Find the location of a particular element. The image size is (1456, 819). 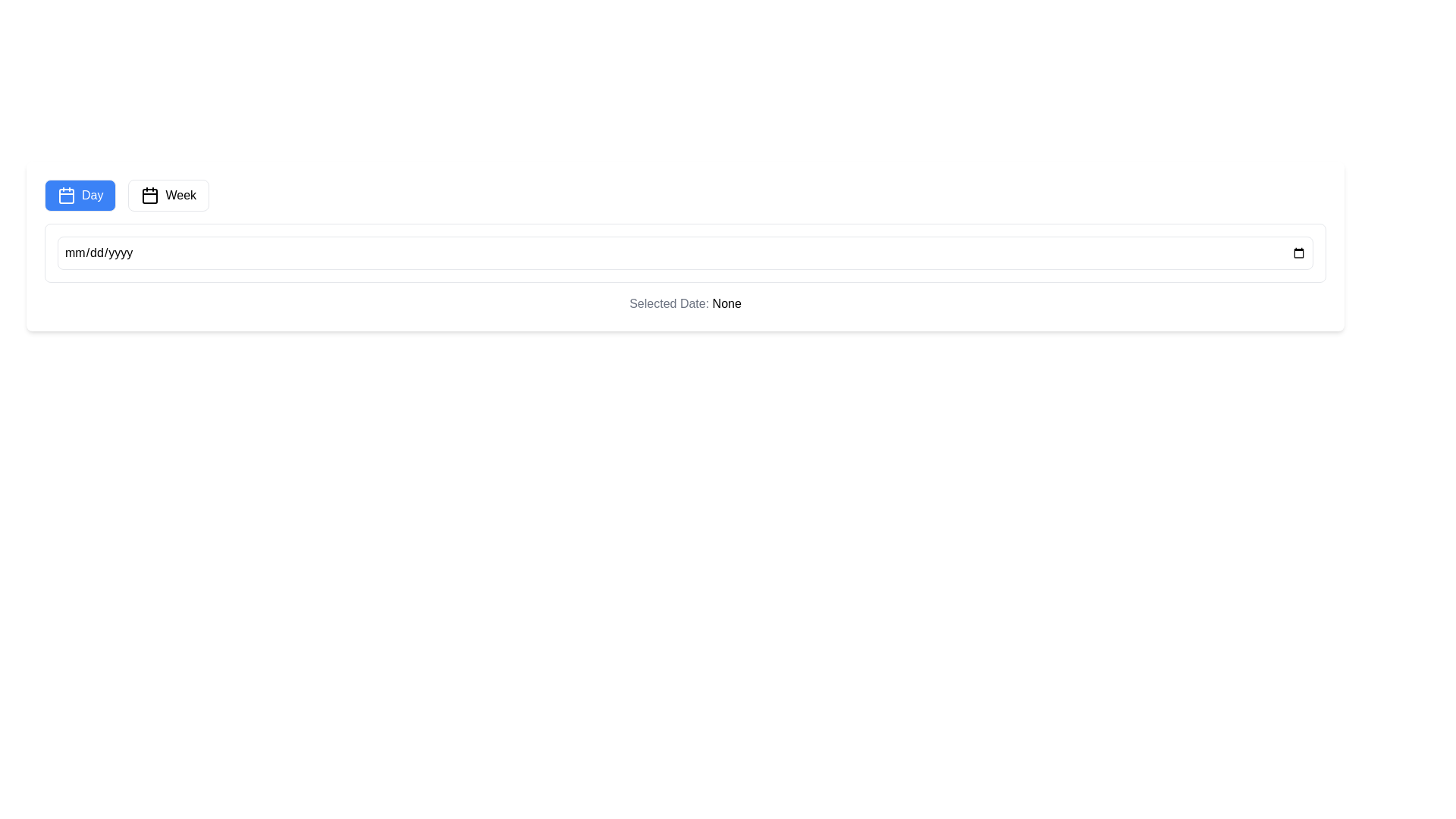

the button labeled 'Day' which is styled with a blue background and white text, located in the top-left corner of the interface is located at coordinates (91, 195).